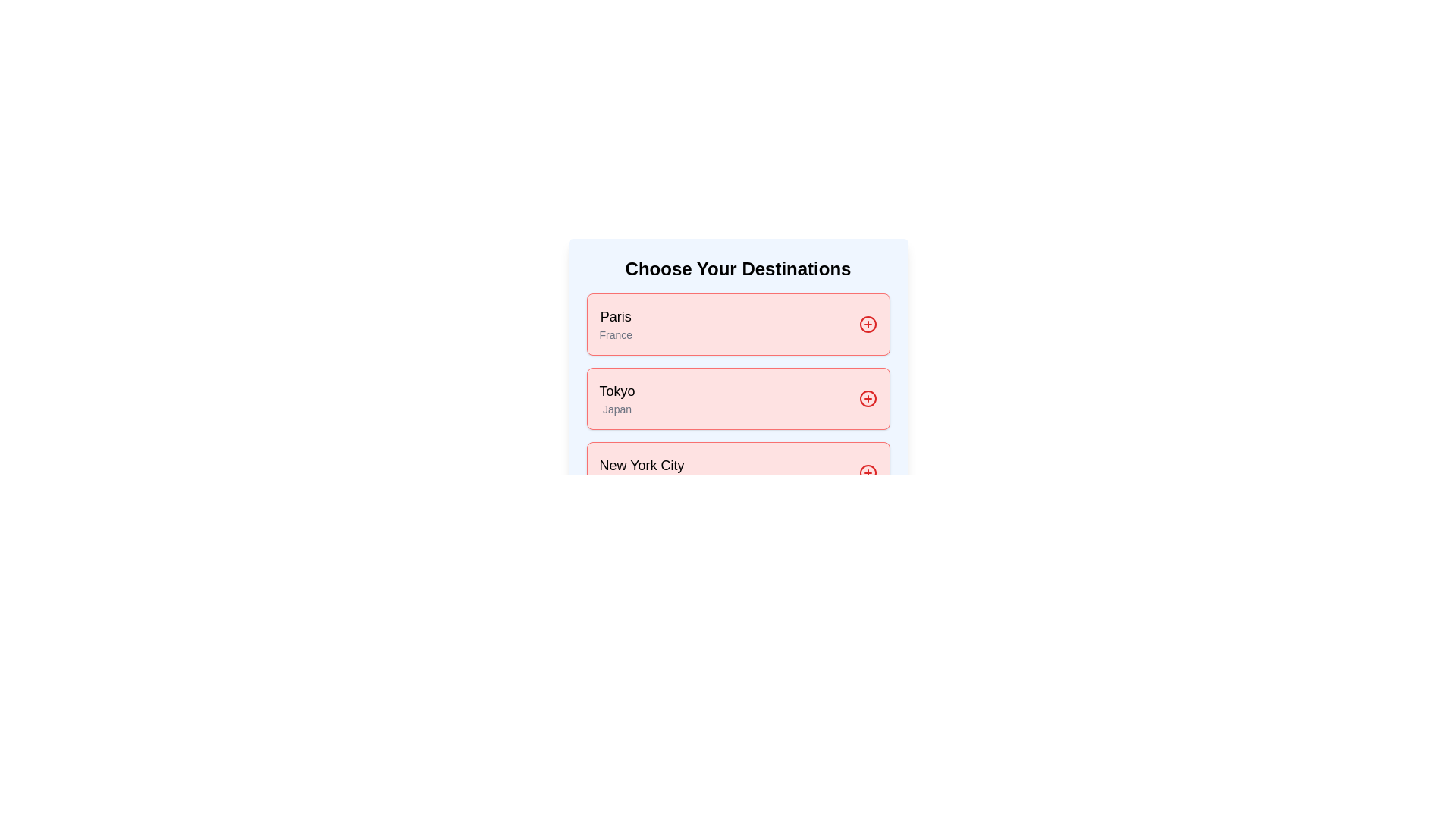 This screenshot has width=1456, height=819. What do you see at coordinates (868, 397) in the screenshot?
I see `the red circular plus icon associated with the 'Tokyo' entry` at bounding box center [868, 397].